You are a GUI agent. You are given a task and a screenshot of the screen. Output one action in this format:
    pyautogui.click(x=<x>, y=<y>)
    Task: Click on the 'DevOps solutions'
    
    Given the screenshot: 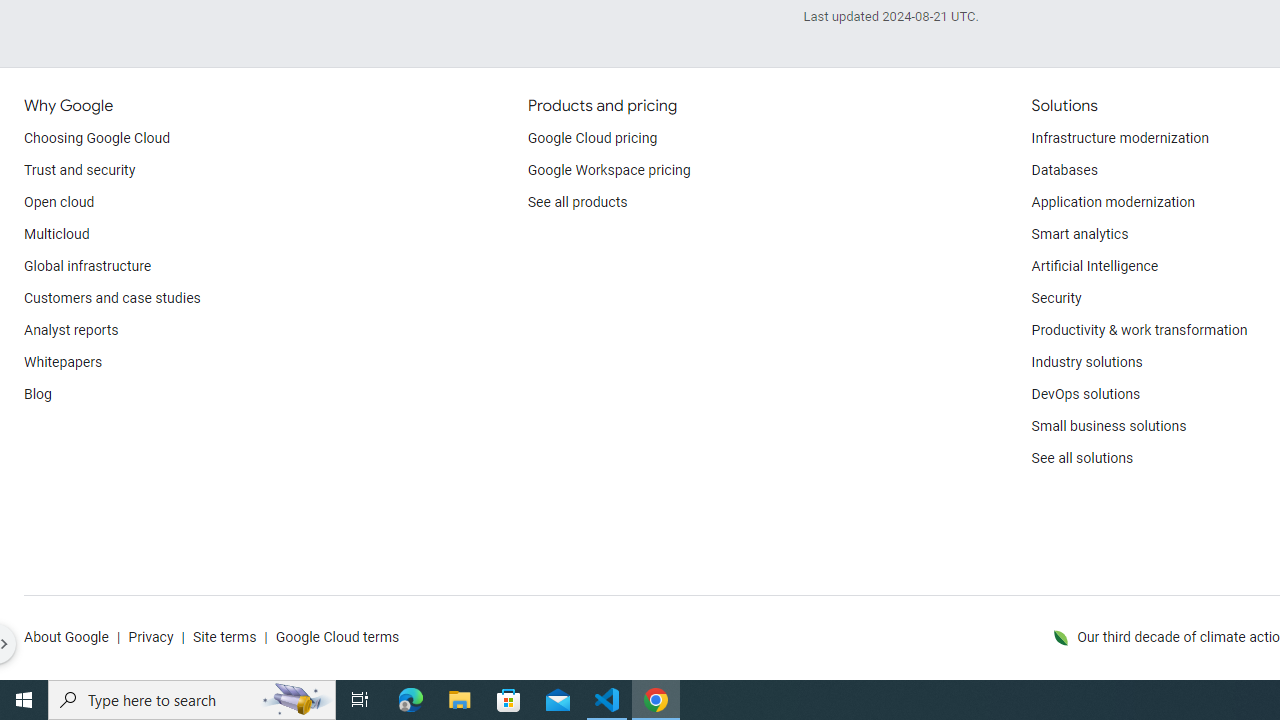 What is the action you would take?
    pyautogui.click(x=1084, y=394)
    